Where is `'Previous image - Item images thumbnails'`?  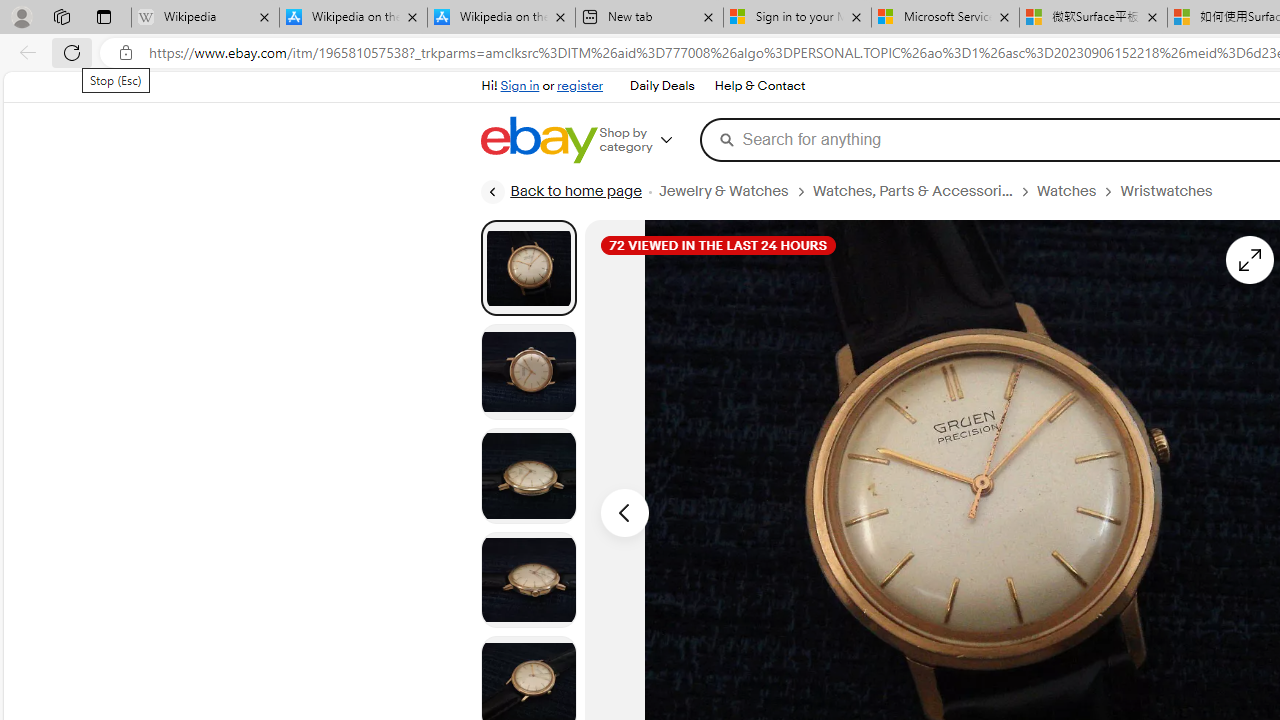 'Previous image - Item images thumbnails' is located at coordinates (623, 511).